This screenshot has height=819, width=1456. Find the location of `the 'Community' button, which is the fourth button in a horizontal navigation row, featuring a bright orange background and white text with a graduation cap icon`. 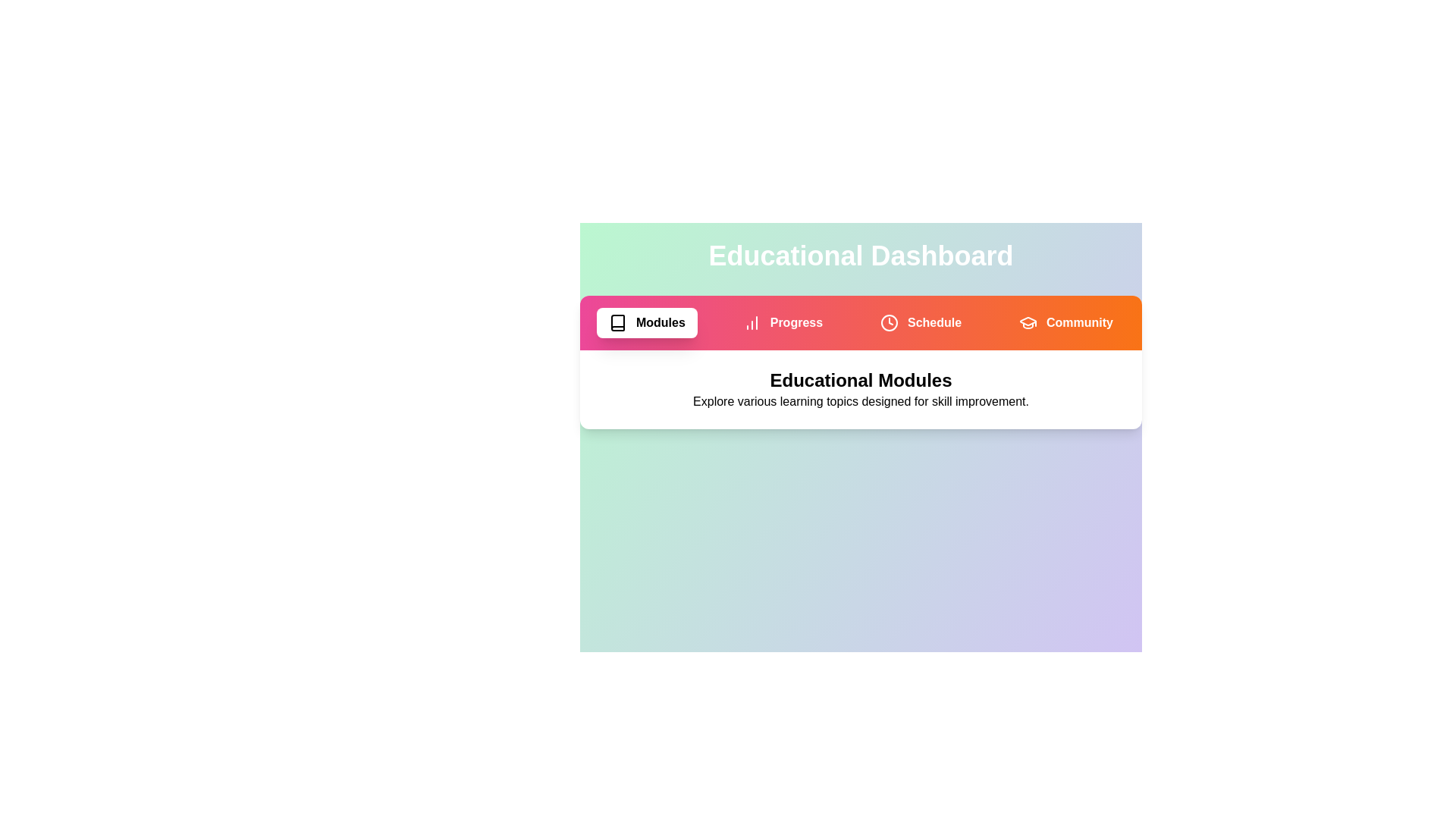

the 'Community' button, which is the fourth button in a horizontal navigation row, featuring a bright orange background and white text with a graduation cap icon is located at coordinates (1065, 322).